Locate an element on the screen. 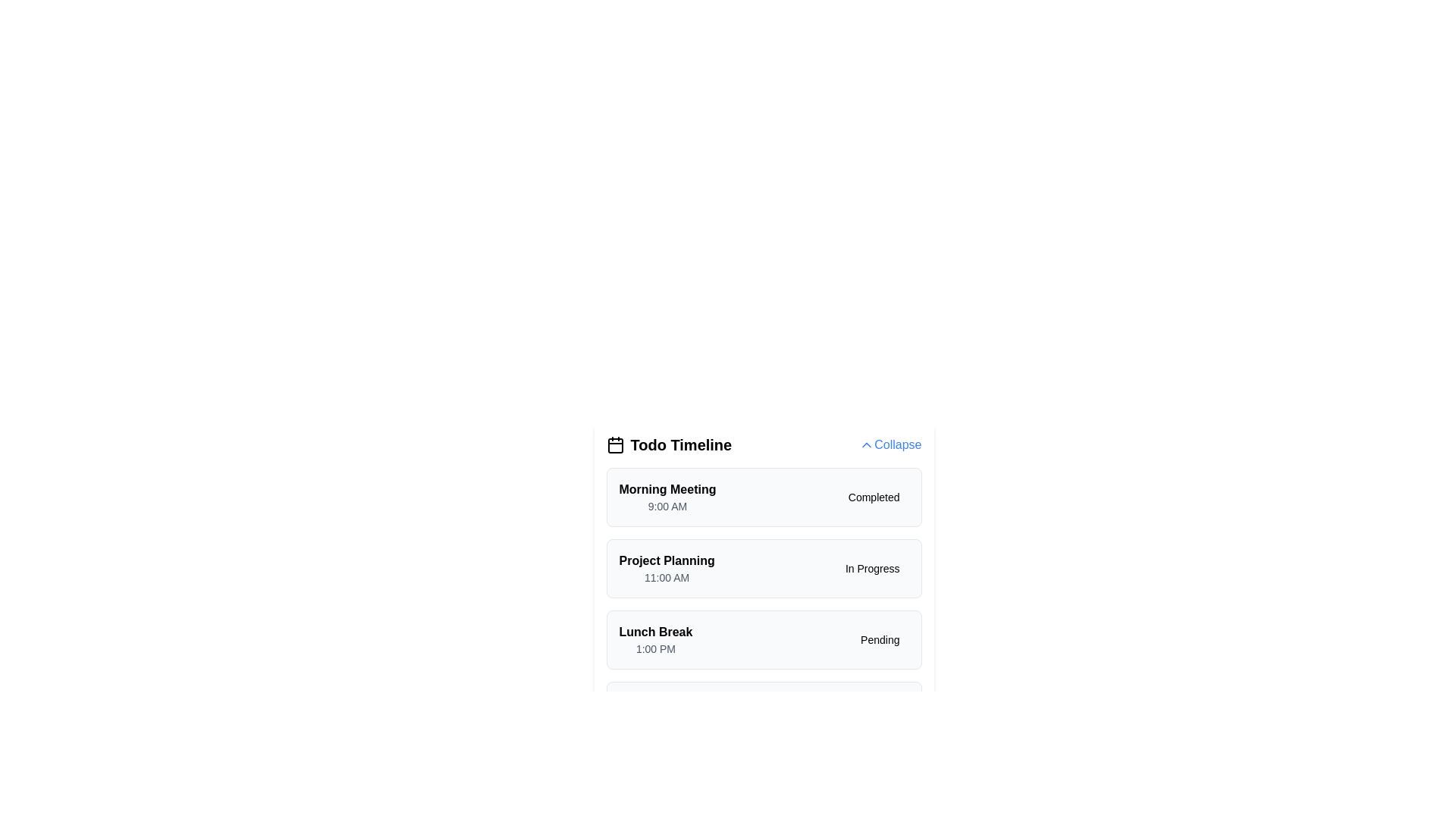 The image size is (1456, 819). text content of the Text Block that displays 'Morning Meeting' and '9:00 AM', located above 'Project Planning 11:00 AM' in the Todo Timeline is located at coordinates (667, 497).